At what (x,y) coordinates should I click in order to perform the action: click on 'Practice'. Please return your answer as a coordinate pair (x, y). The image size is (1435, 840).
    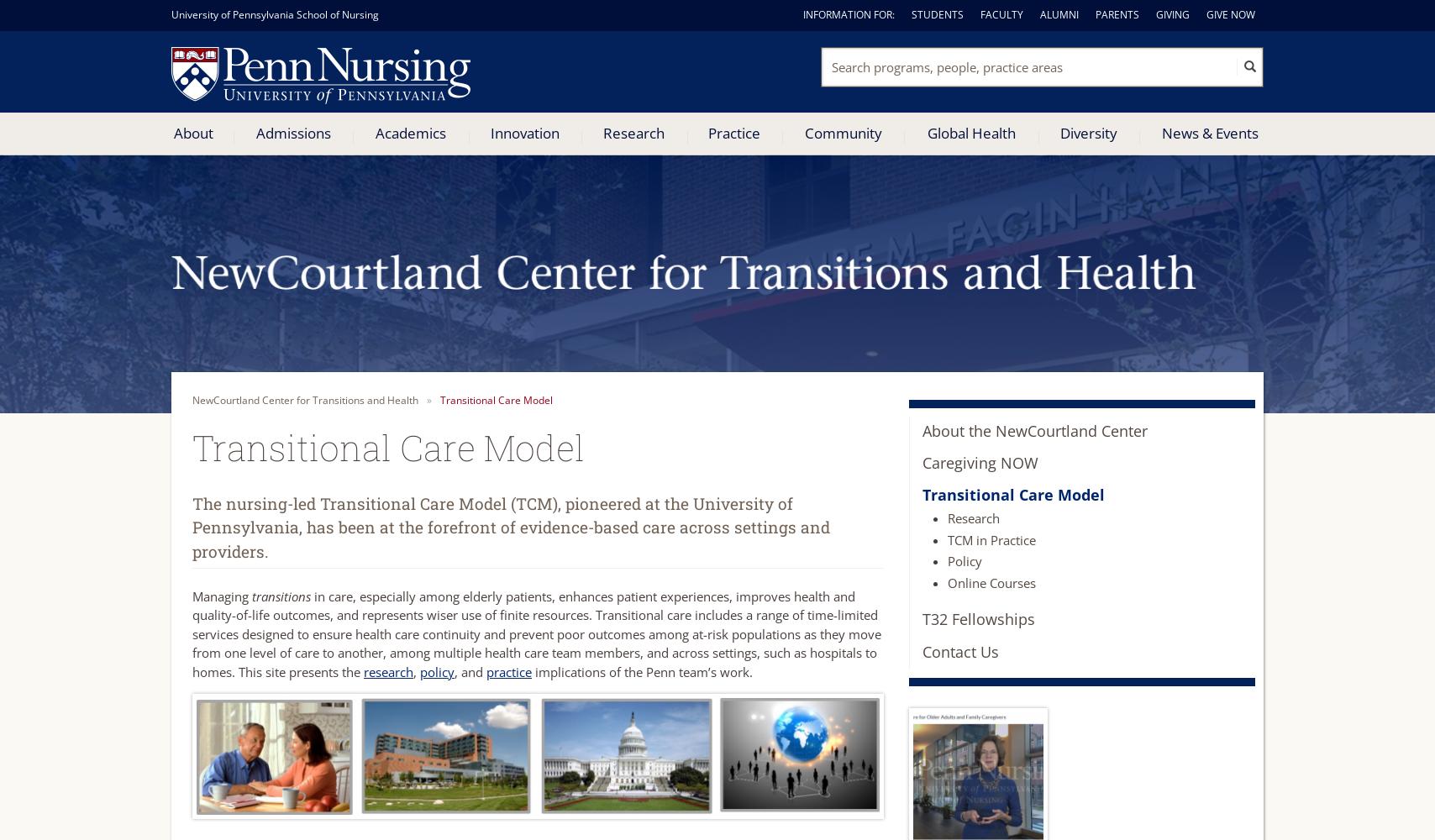
    Looking at the image, I should click on (733, 132).